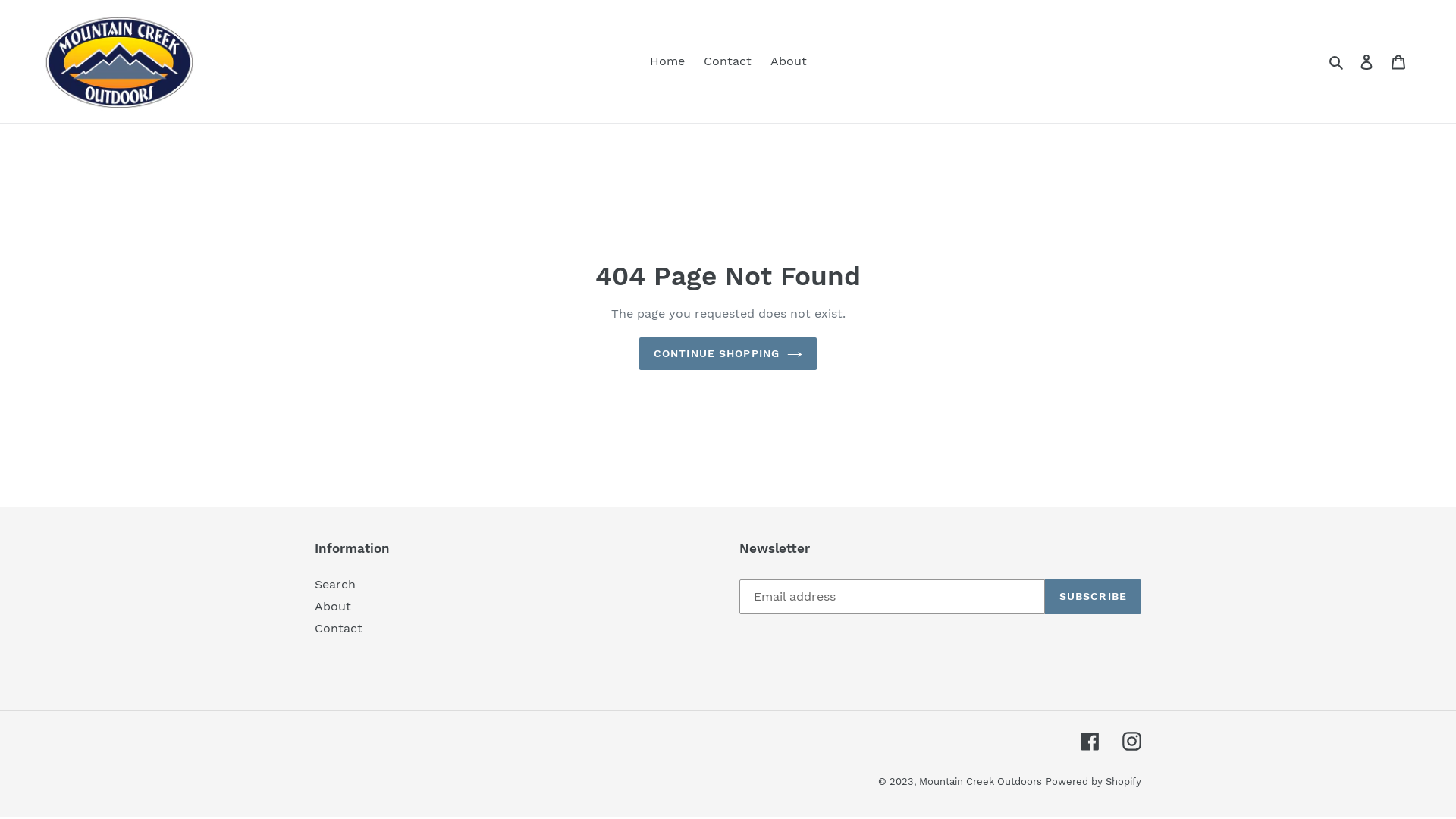 Image resolution: width=1456 pixels, height=819 pixels. What do you see at coordinates (331, 605) in the screenshot?
I see `'About'` at bounding box center [331, 605].